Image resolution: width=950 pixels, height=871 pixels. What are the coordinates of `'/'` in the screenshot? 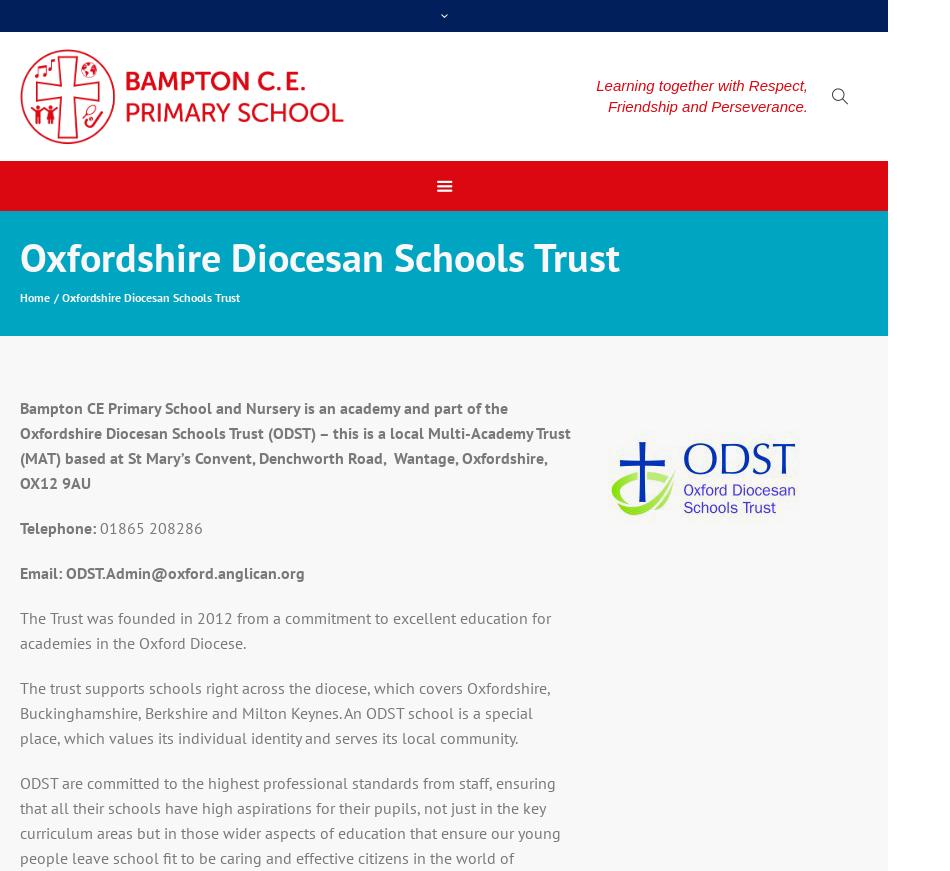 It's located at (58, 296).